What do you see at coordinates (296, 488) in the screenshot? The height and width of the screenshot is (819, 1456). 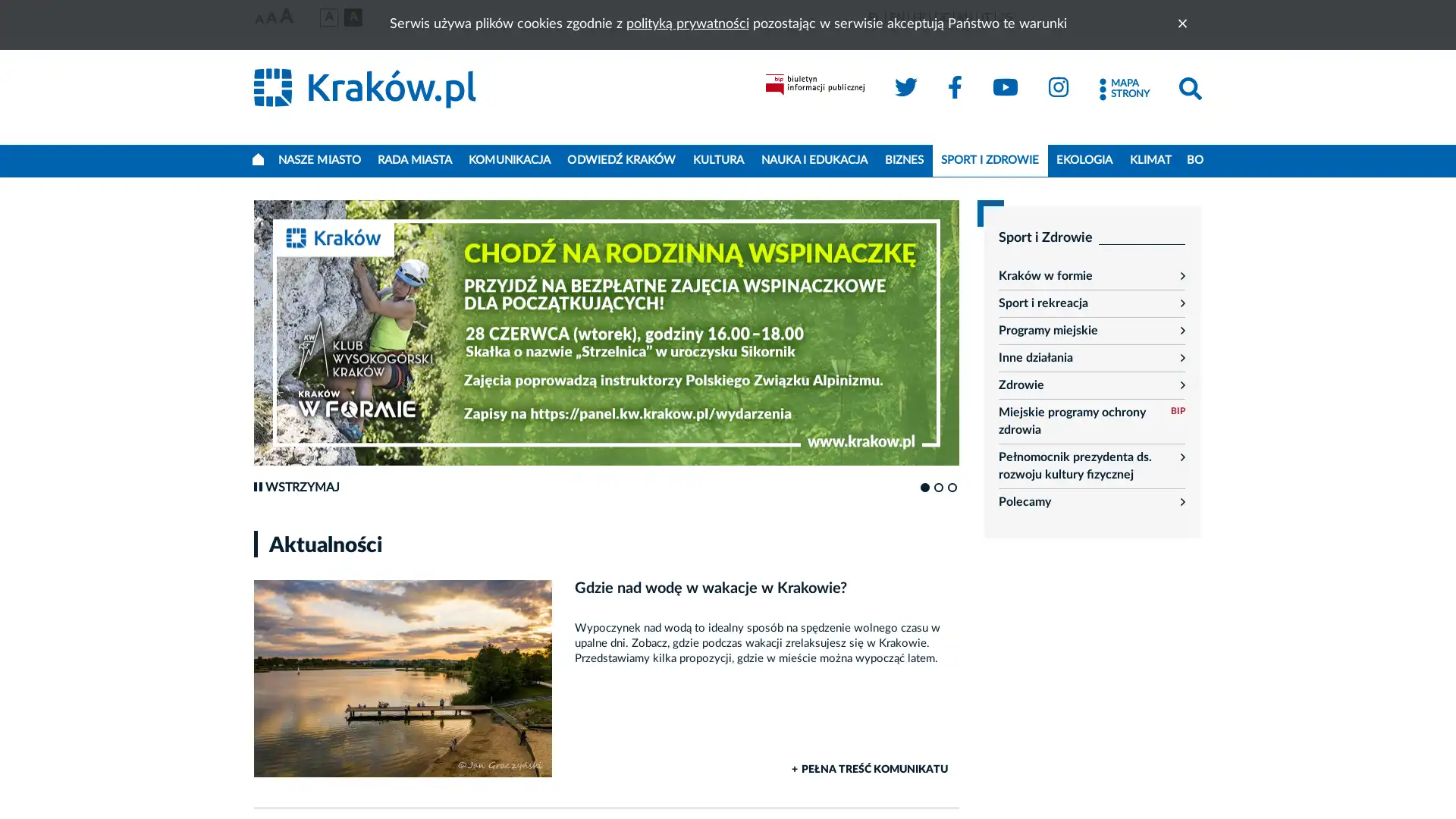 I see `Wstrzymaj` at bounding box center [296, 488].